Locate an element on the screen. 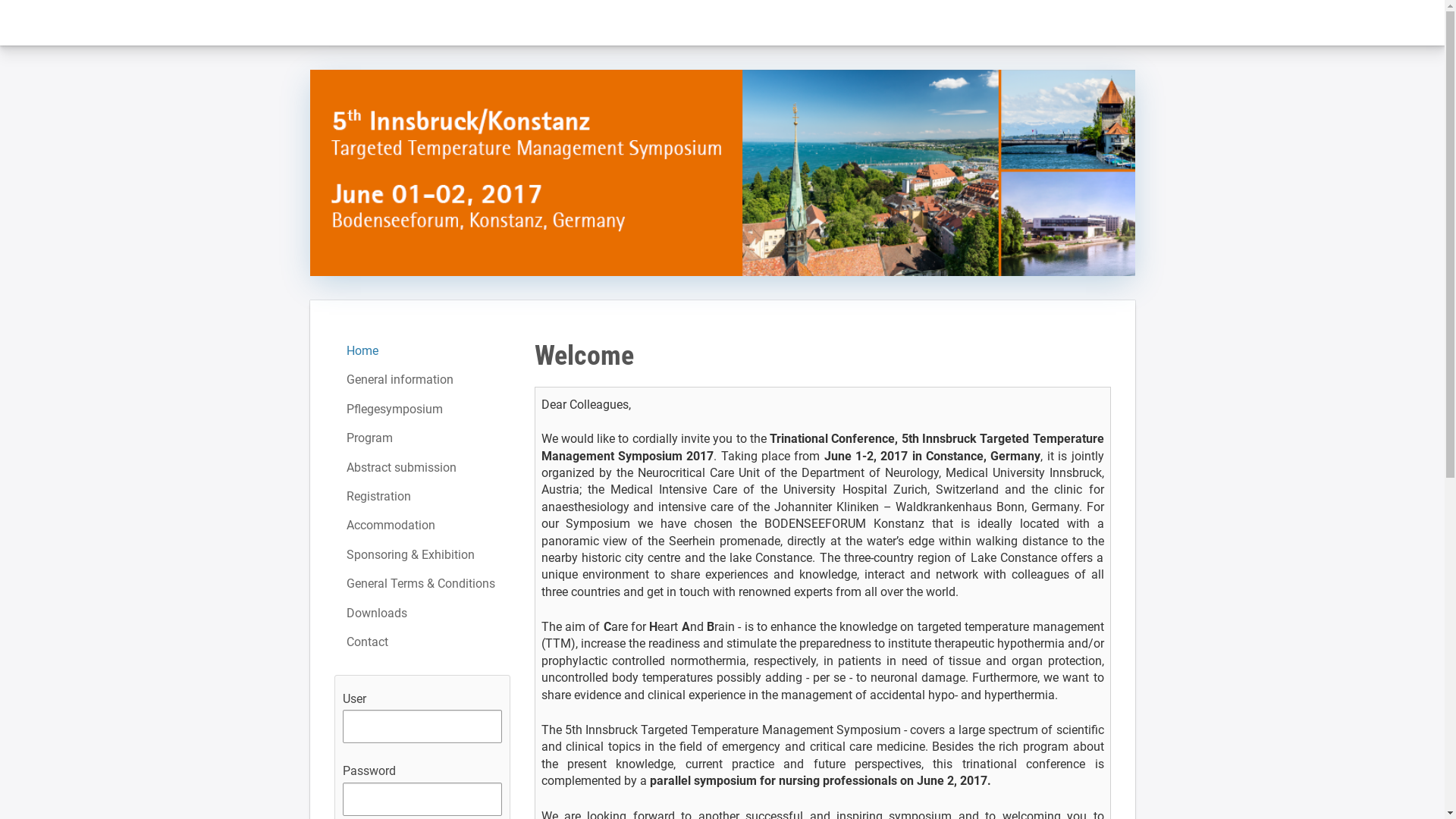 The width and height of the screenshot is (1456, 819). 'Registration' is located at coordinates (422, 497).